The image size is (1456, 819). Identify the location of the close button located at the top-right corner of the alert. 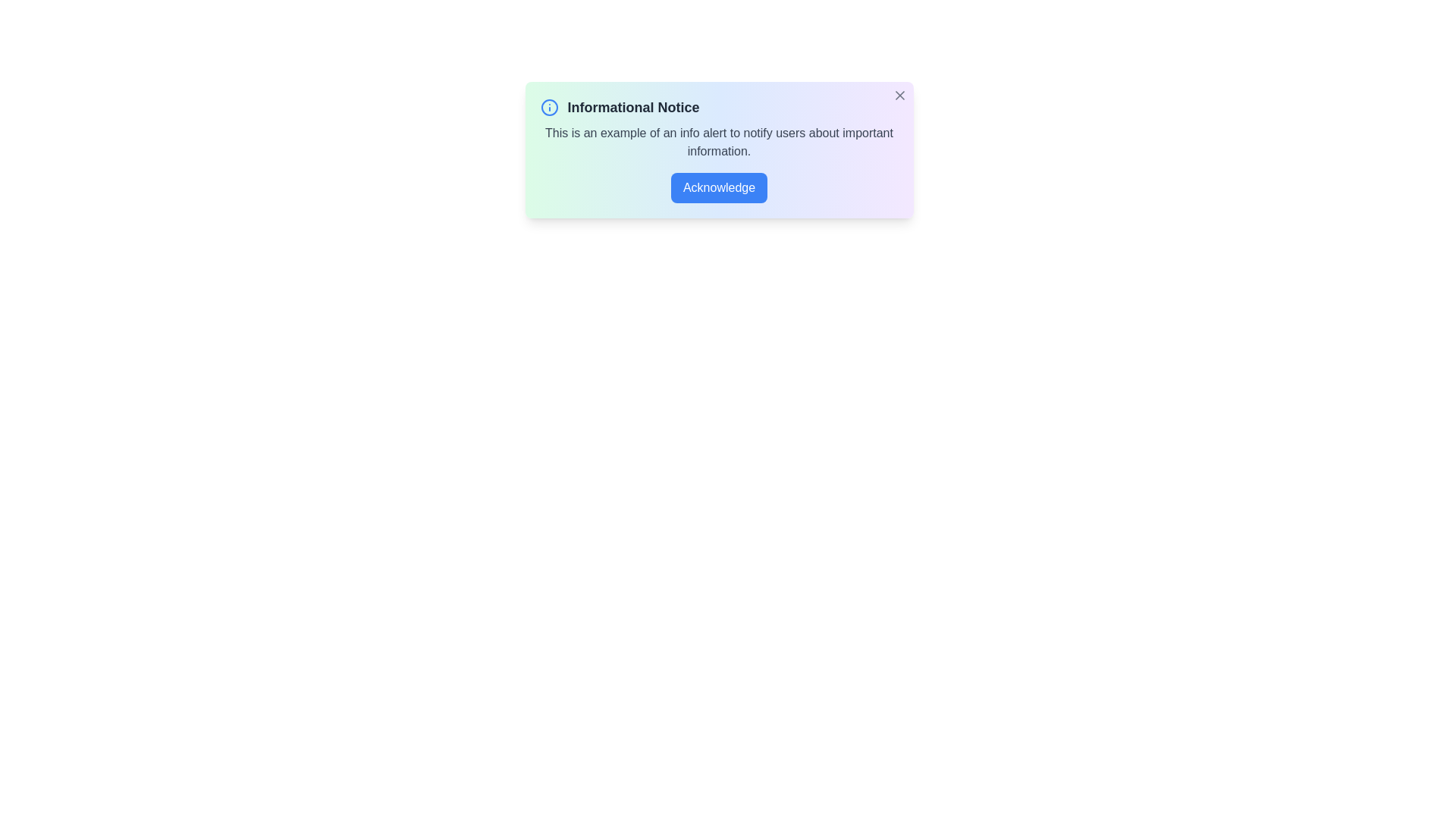
(899, 96).